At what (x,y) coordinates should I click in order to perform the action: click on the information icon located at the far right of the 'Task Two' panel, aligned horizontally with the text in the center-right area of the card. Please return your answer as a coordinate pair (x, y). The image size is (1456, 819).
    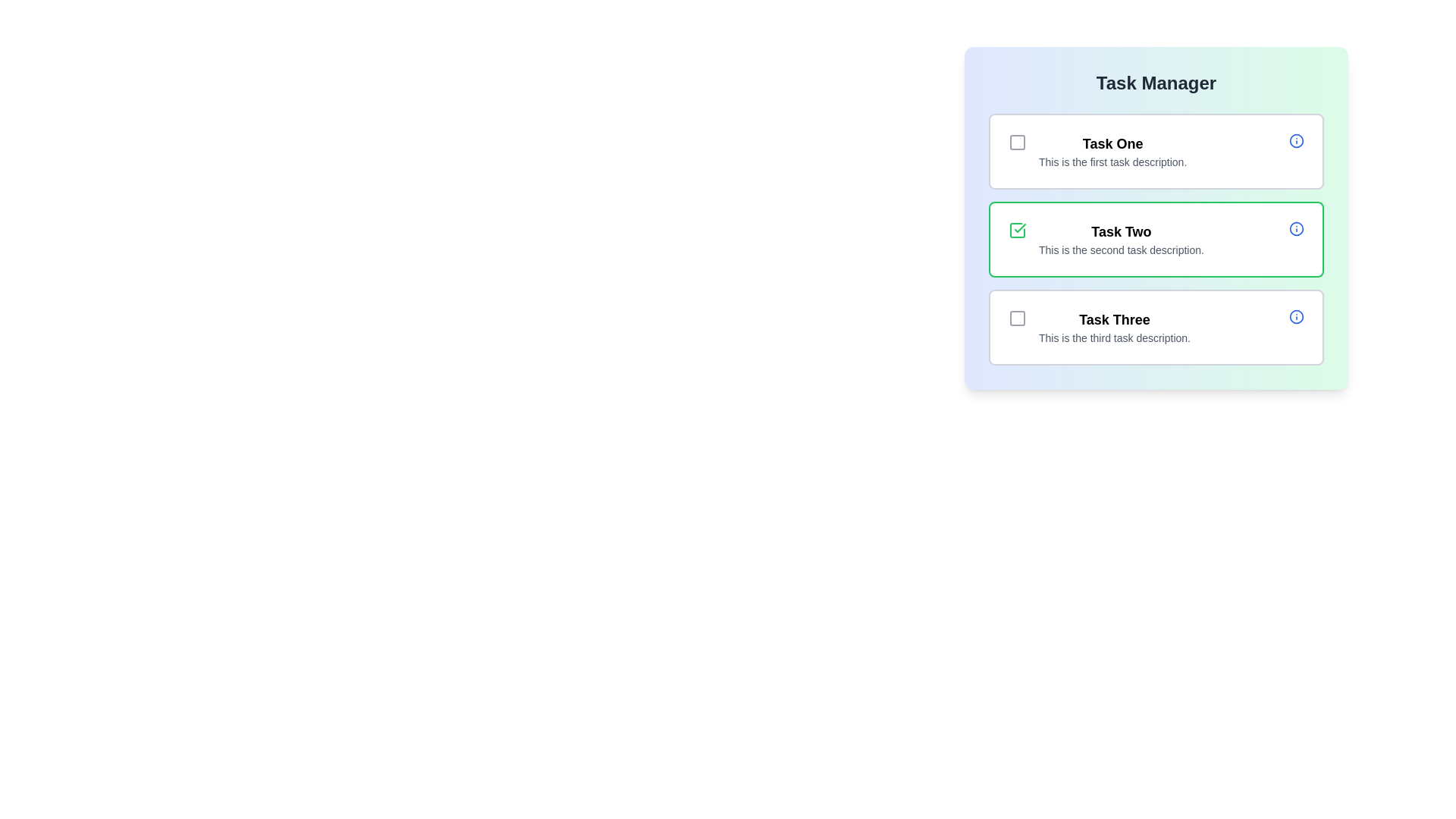
    Looking at the image, I should click on (1295, 228).